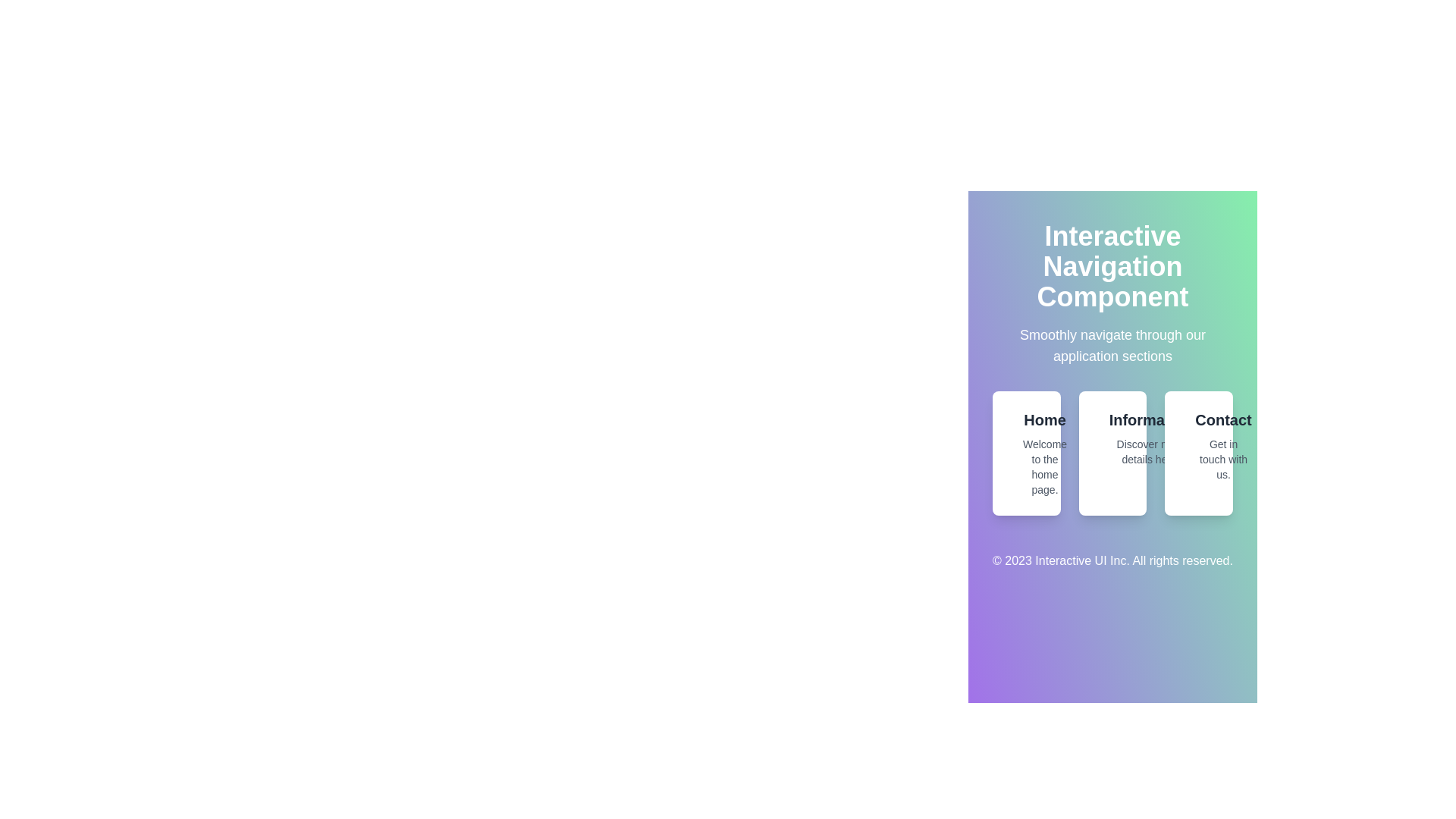 The width and height of the screenshot is (1456, 819). What do you see at coordinates (1223, 444) in the screenshot?
I see `the Text element that serves as a navigation card directing users to the contact section or page, positioned as the third card in a horizontal group next to 'Home' and 'Information'` at bounding box center [1223, 444].